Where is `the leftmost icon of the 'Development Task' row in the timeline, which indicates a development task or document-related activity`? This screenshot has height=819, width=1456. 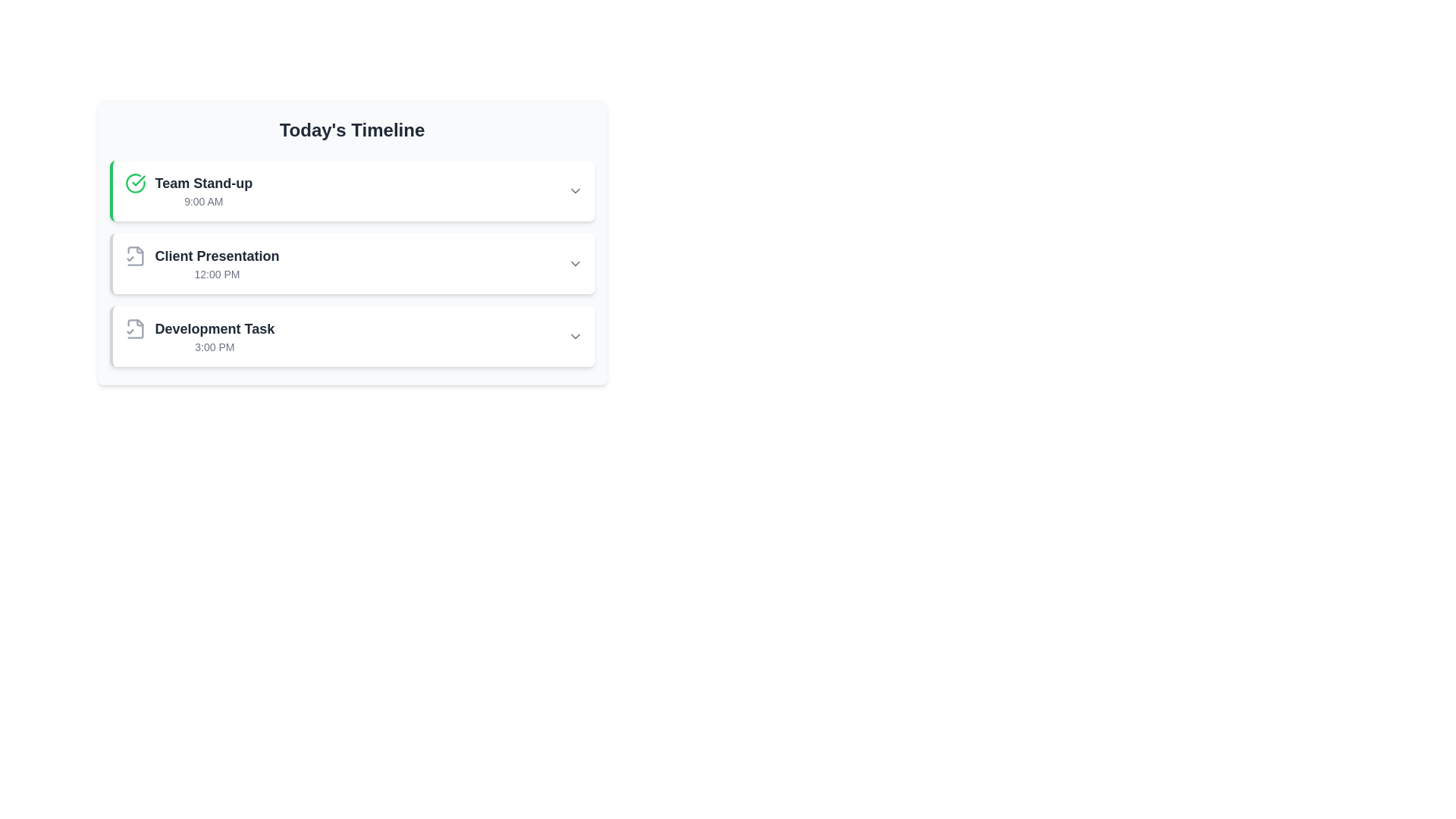
the leftmost icon of the 'Development Task' row in the timeline, which indicates a development task or document-related activity is located at coordinates (135, 256).